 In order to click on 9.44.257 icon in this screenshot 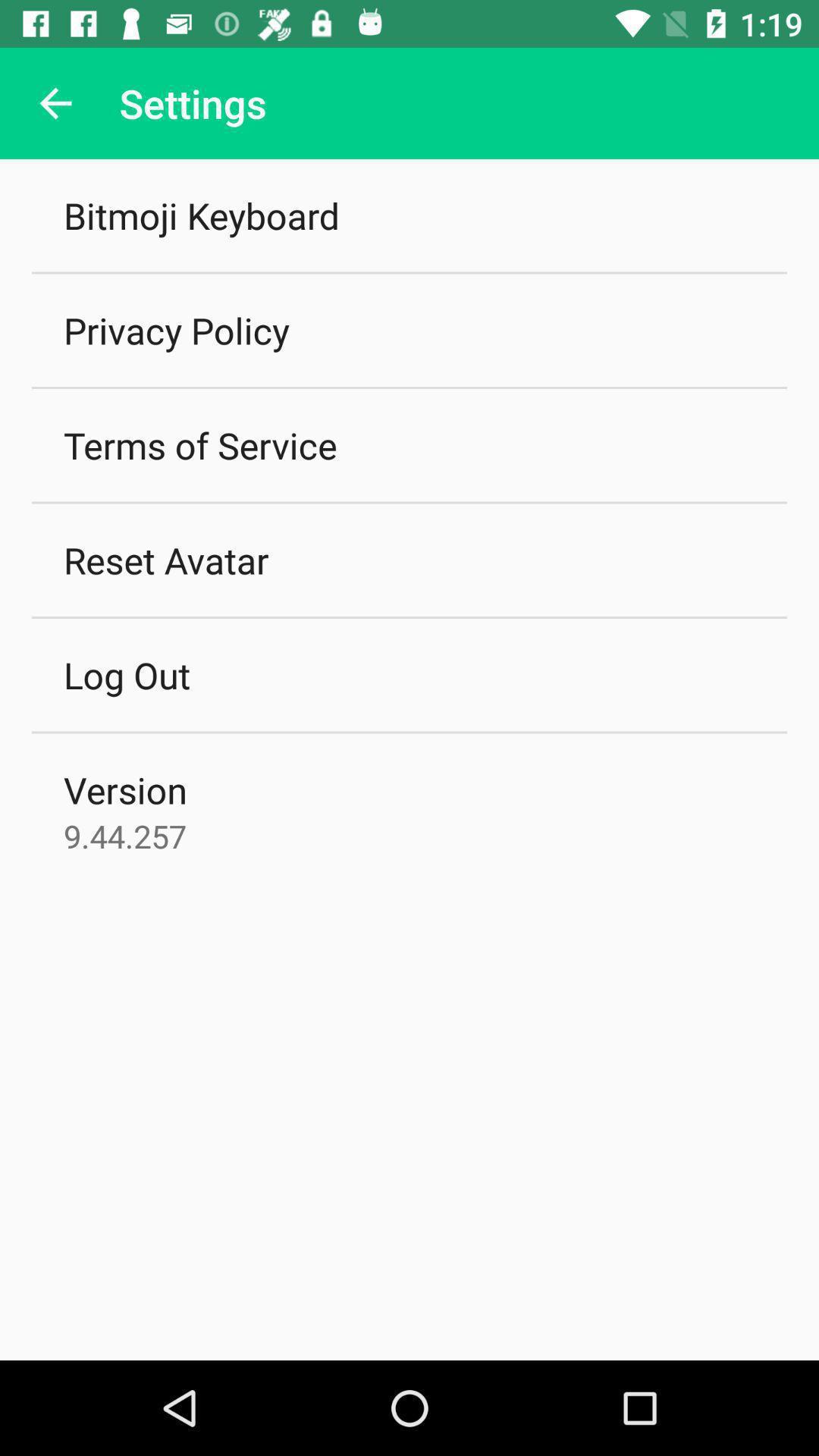, I will do `click(124, 835)`.